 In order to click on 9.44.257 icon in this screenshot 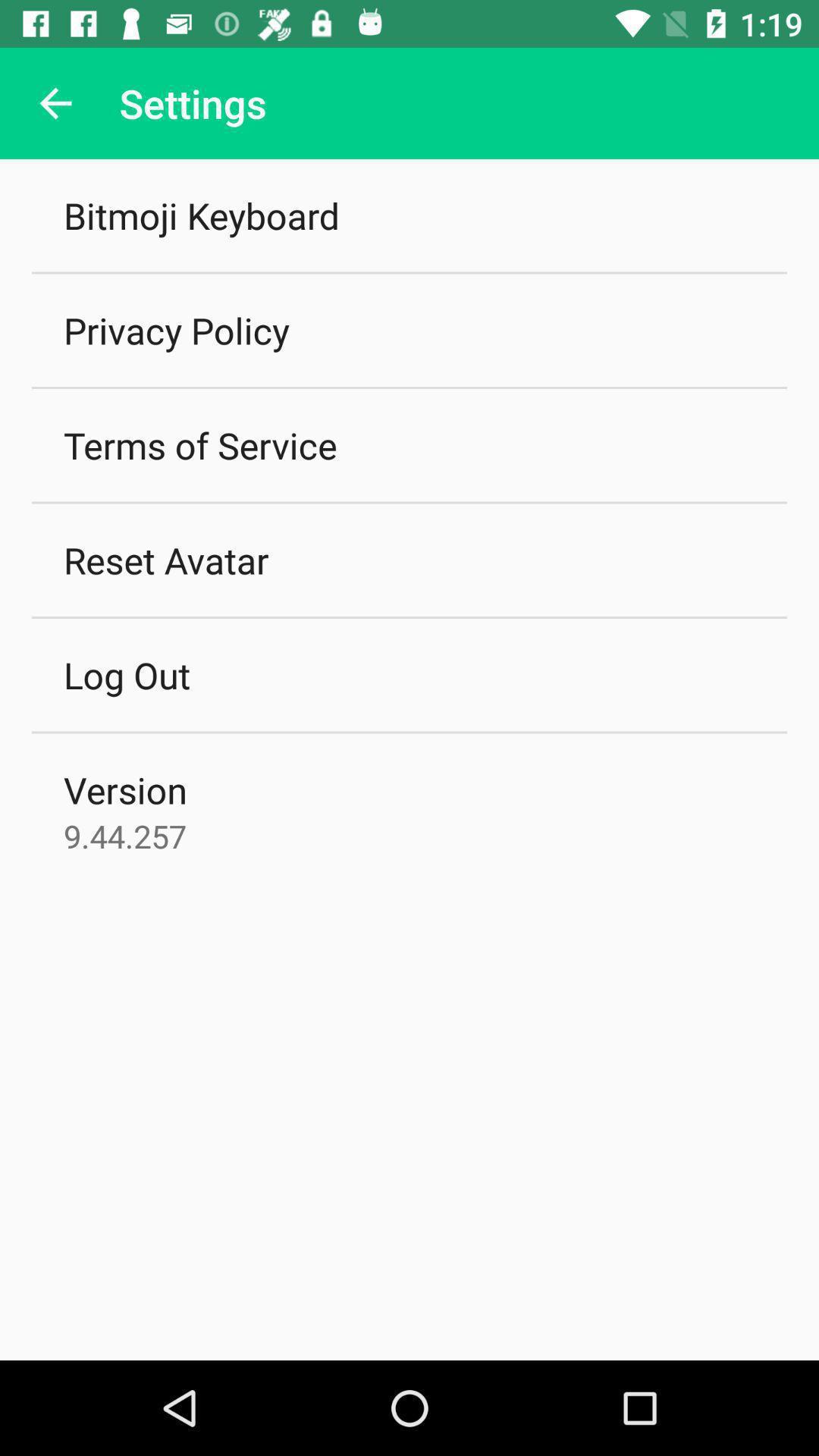, I will do `click(124, 835)`.